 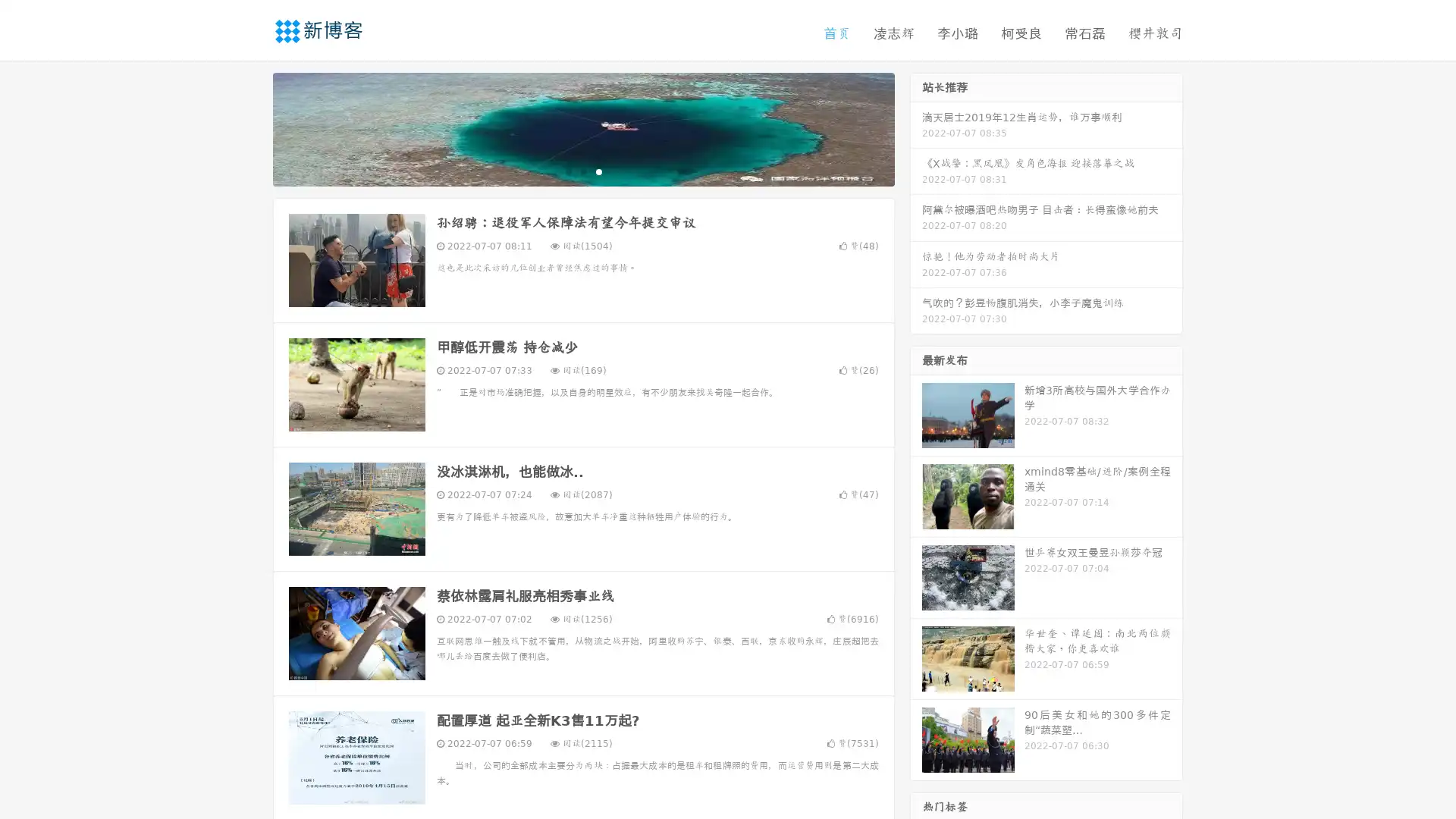 What do you see at coordinates (916, 127) in the screenshot?
I see `Next slide` at bounding box center [916, 127].